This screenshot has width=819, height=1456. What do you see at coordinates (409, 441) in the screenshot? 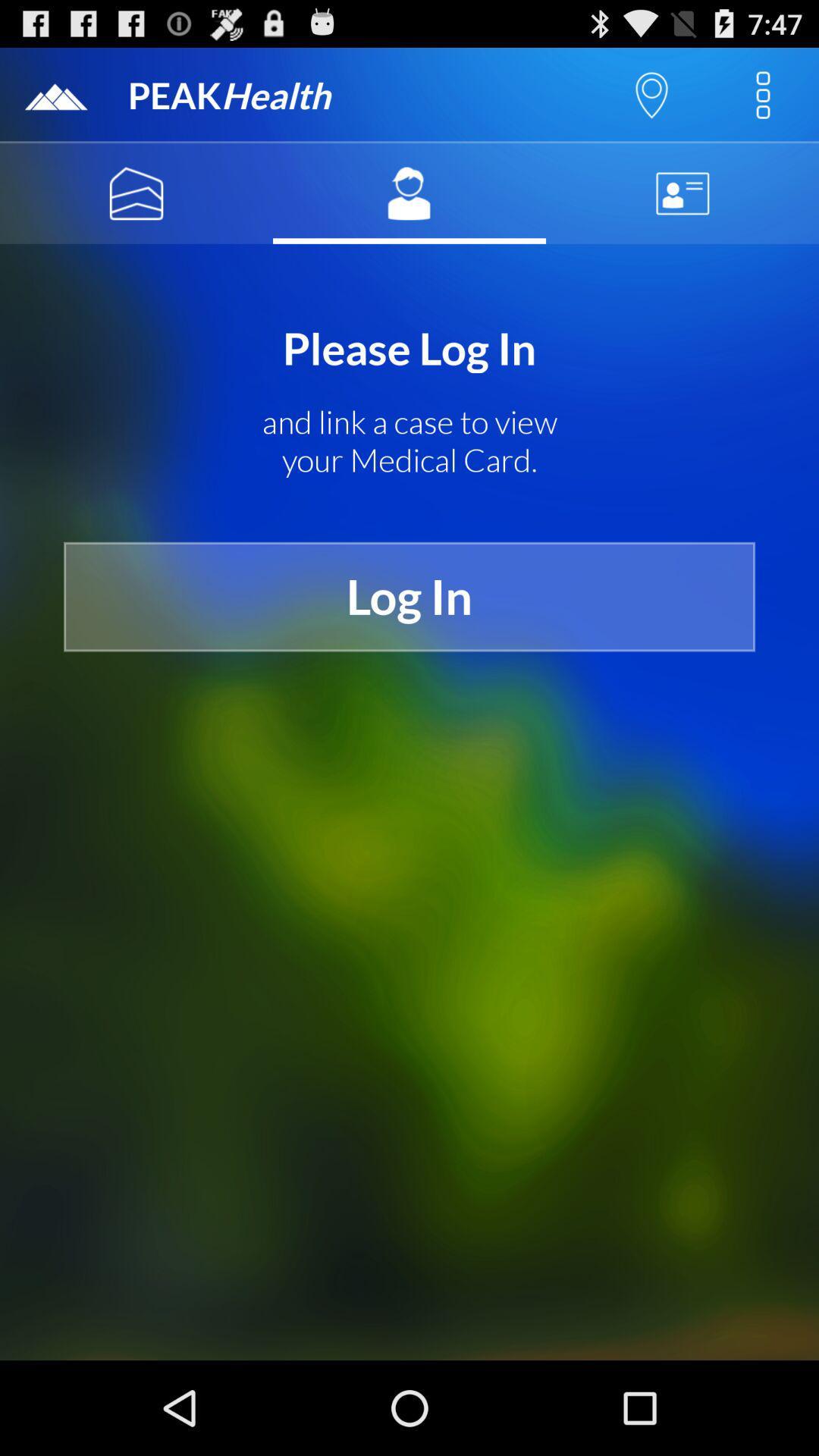
I see `the and link a icon` at bounding box center [409, 441].